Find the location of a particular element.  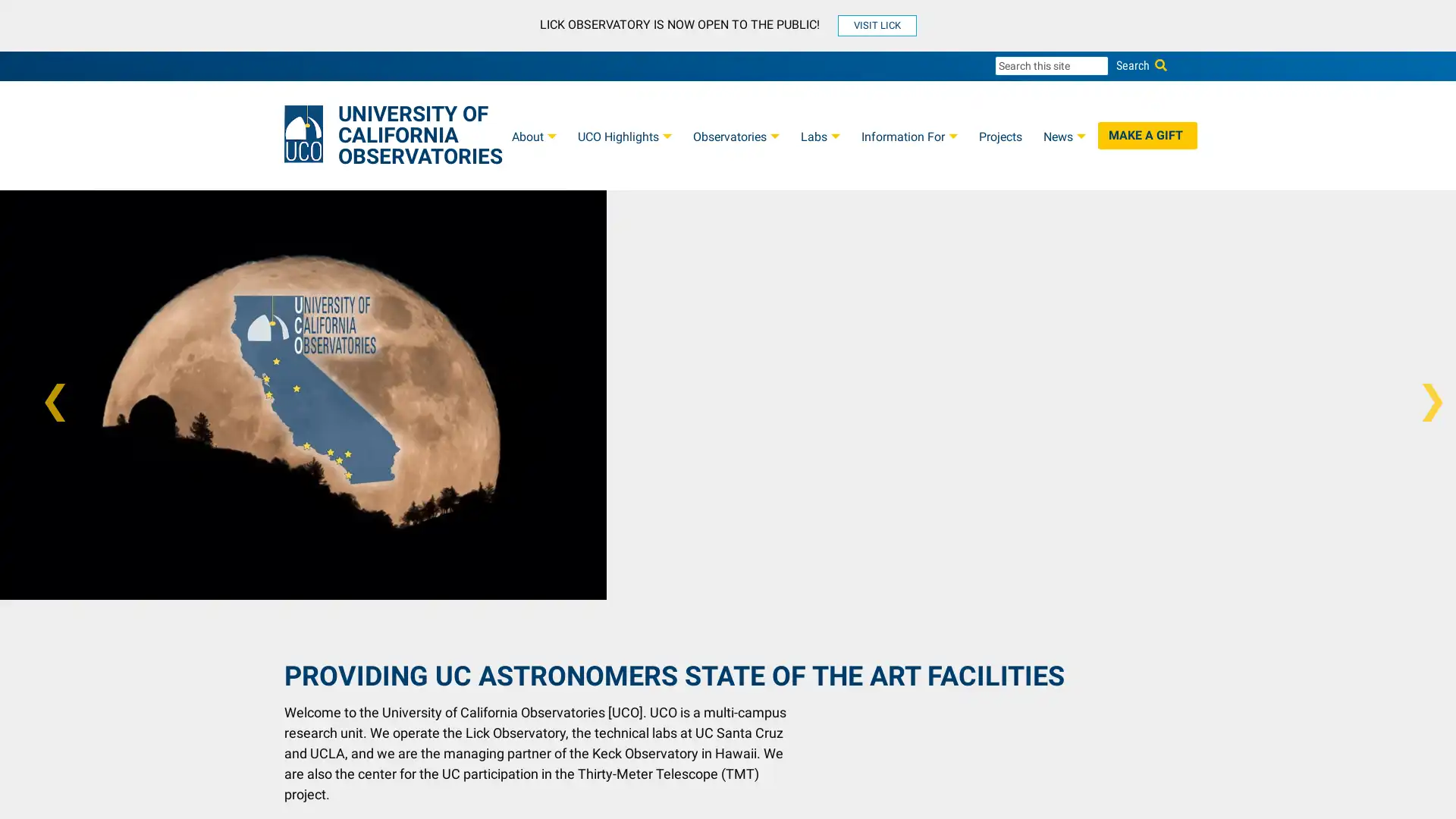

Next is located at coordinates (1415, 394).